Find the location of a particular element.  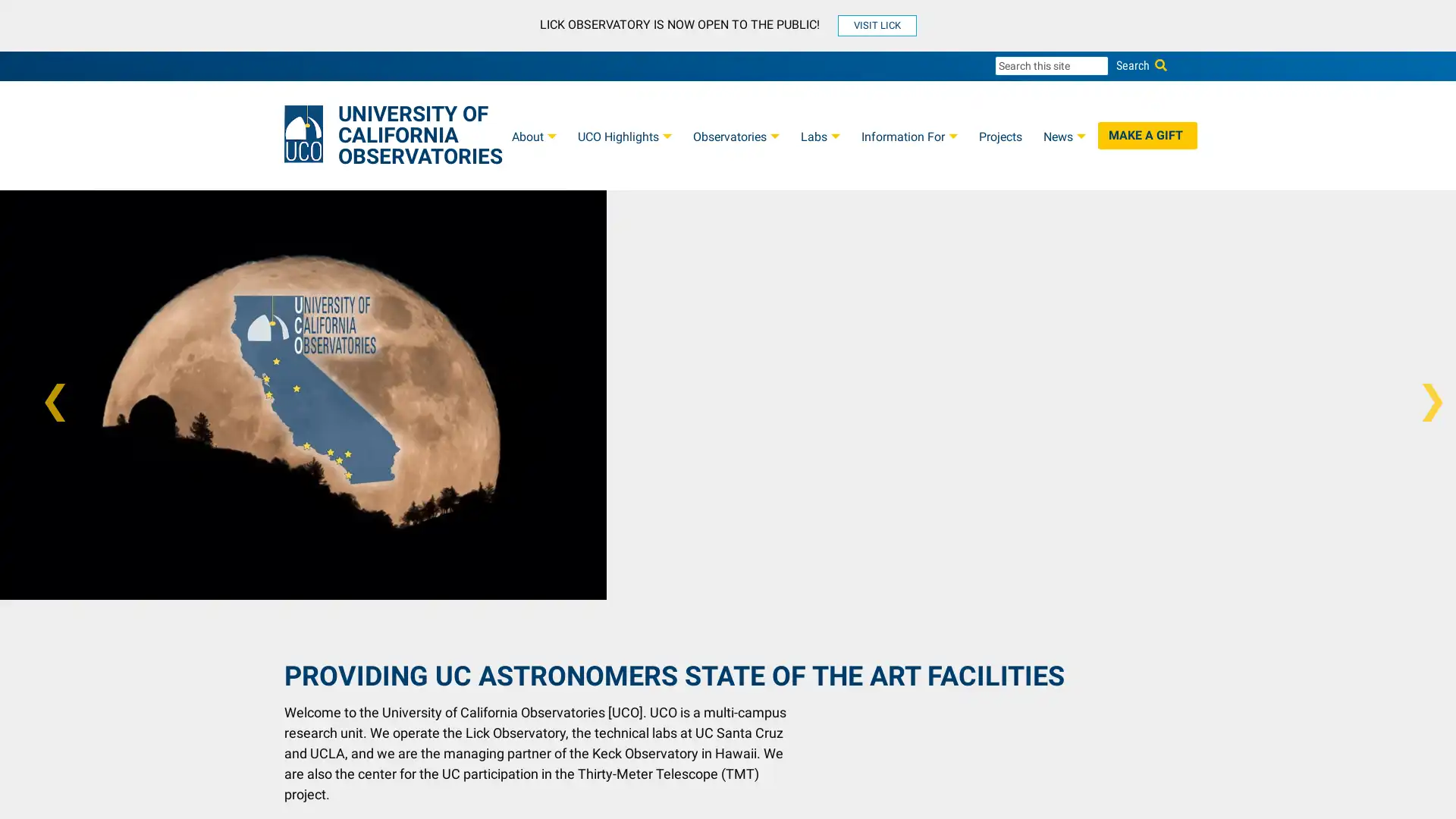

Next is located at coordinates (1415, 394).